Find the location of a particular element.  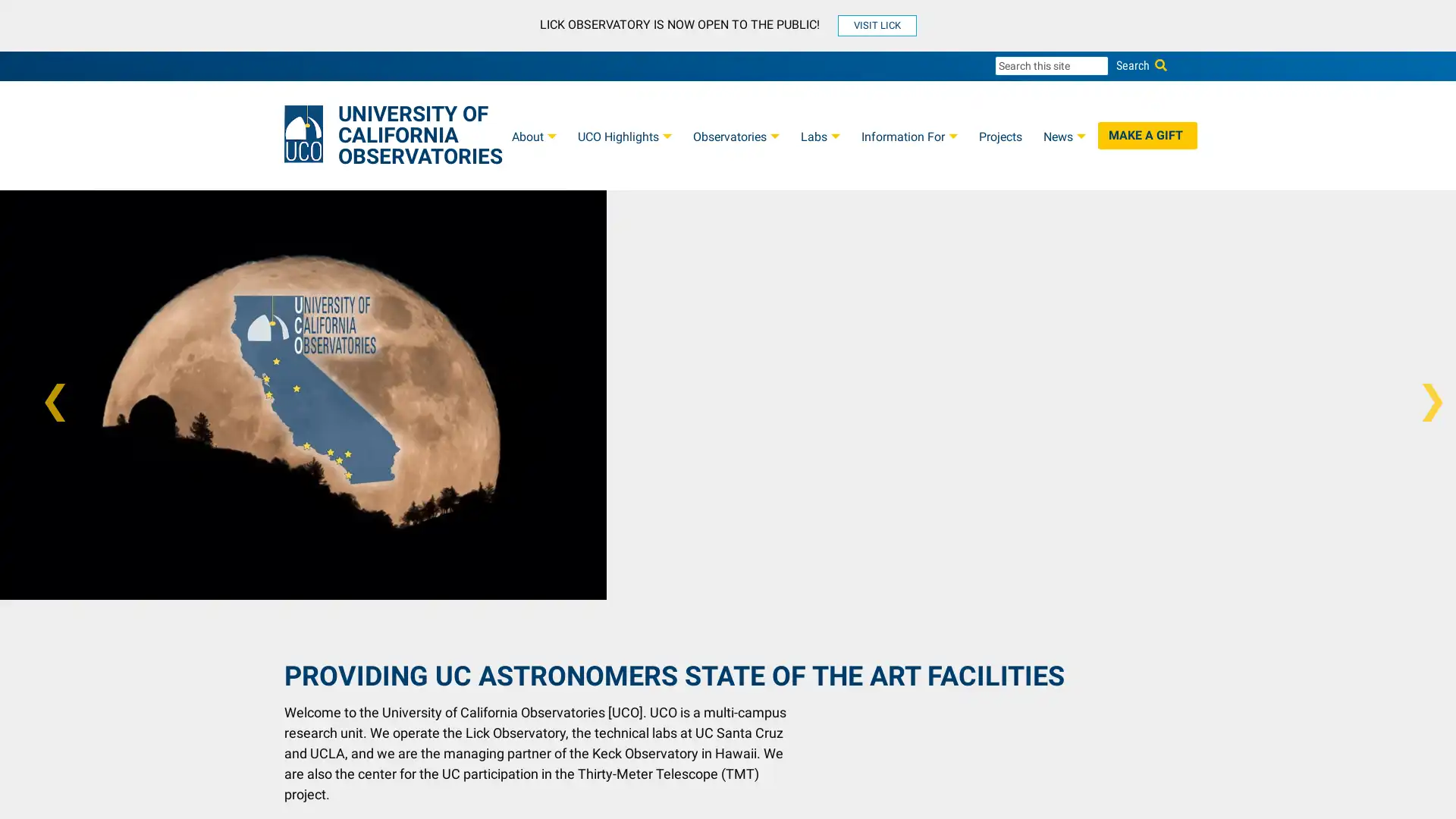

Next is located at coordinates (1415, 394).